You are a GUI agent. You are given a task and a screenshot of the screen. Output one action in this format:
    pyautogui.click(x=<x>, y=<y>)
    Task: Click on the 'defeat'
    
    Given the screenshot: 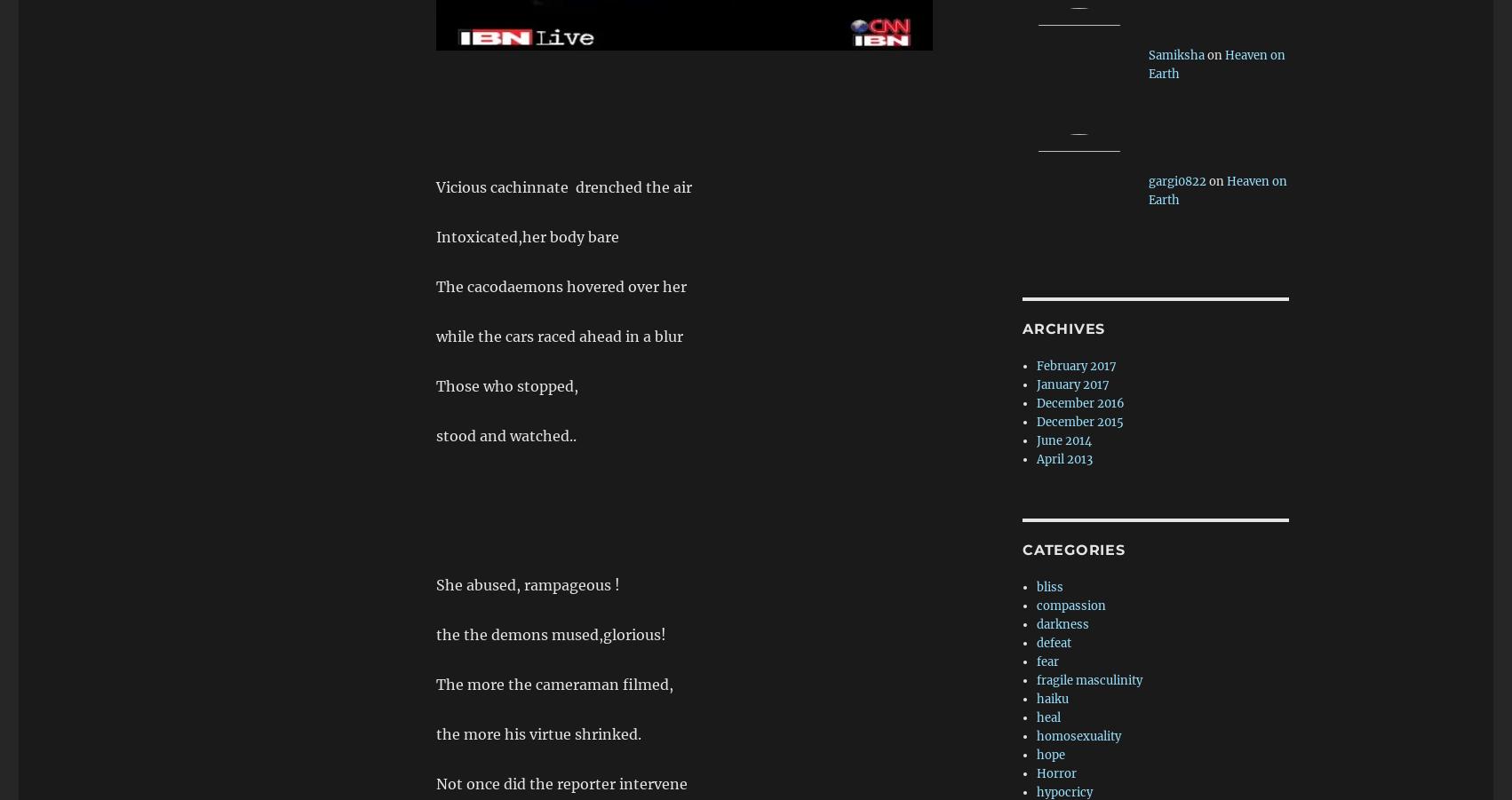 What is the action you would take?
    pyautogui.click(x=1054, y=642)
    